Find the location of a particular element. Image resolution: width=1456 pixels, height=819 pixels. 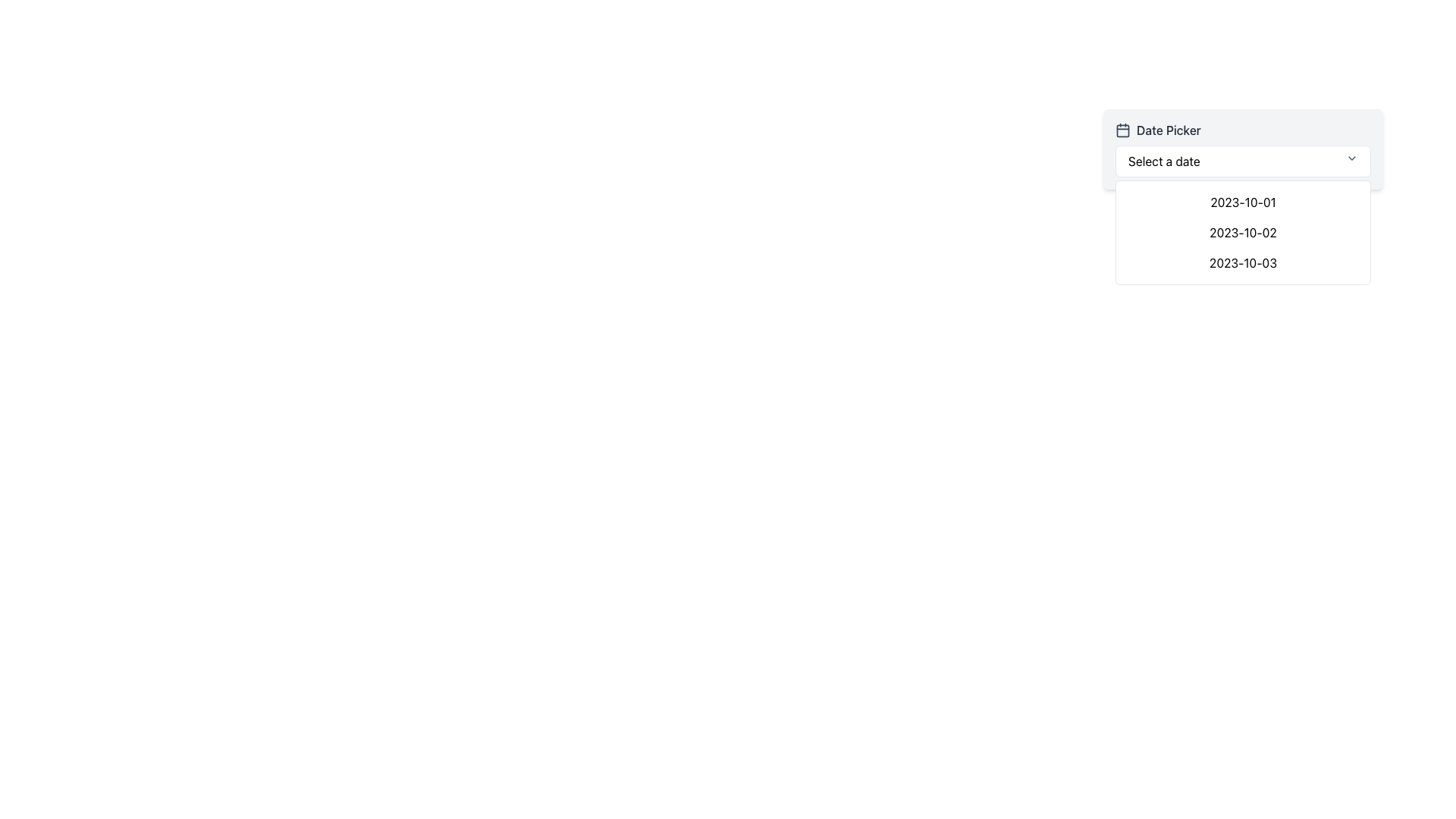

a date from the dropdown in the Date Picker Component, which features a title labeled 'Date Picker' and a selection field with the text 'Select a date' is located at coordinates (1243, 149).